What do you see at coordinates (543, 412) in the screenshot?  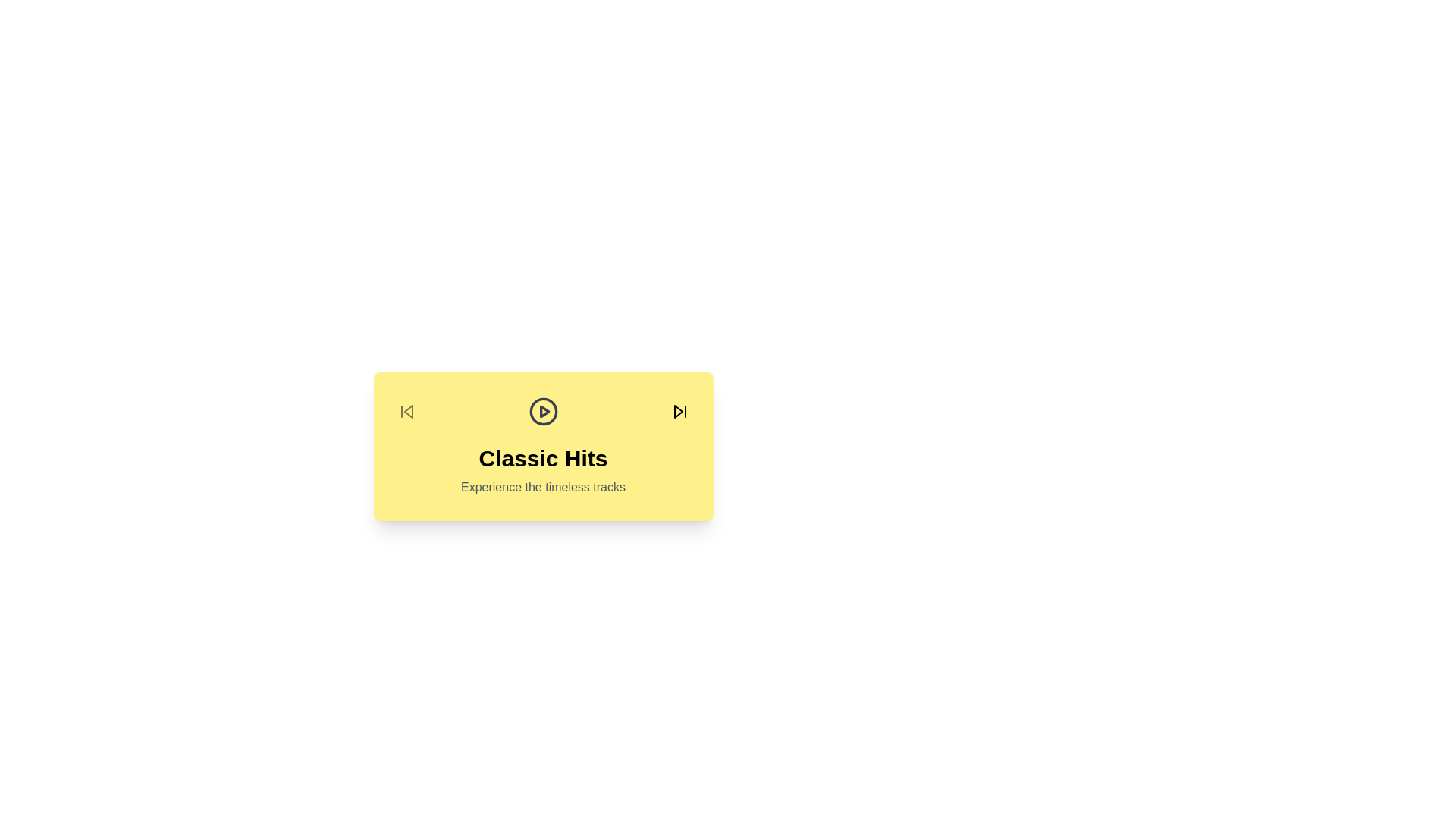 I see `the play button to view the current album details` at bounding box center [543, 412].